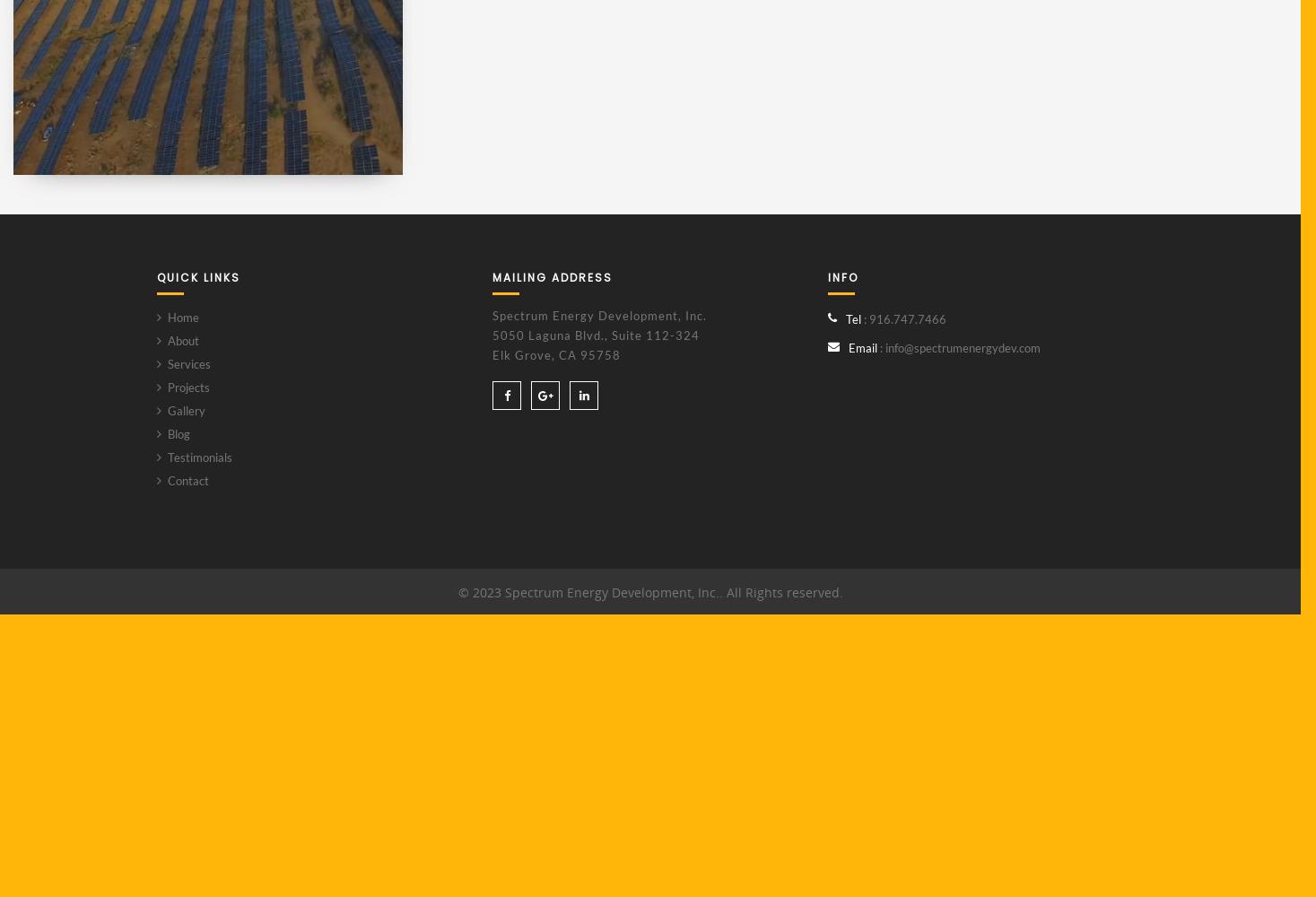 The image size is (1316, 897). I want to click on '5050 Laguna Blvd., Suite 112-324', so click(596, 335).